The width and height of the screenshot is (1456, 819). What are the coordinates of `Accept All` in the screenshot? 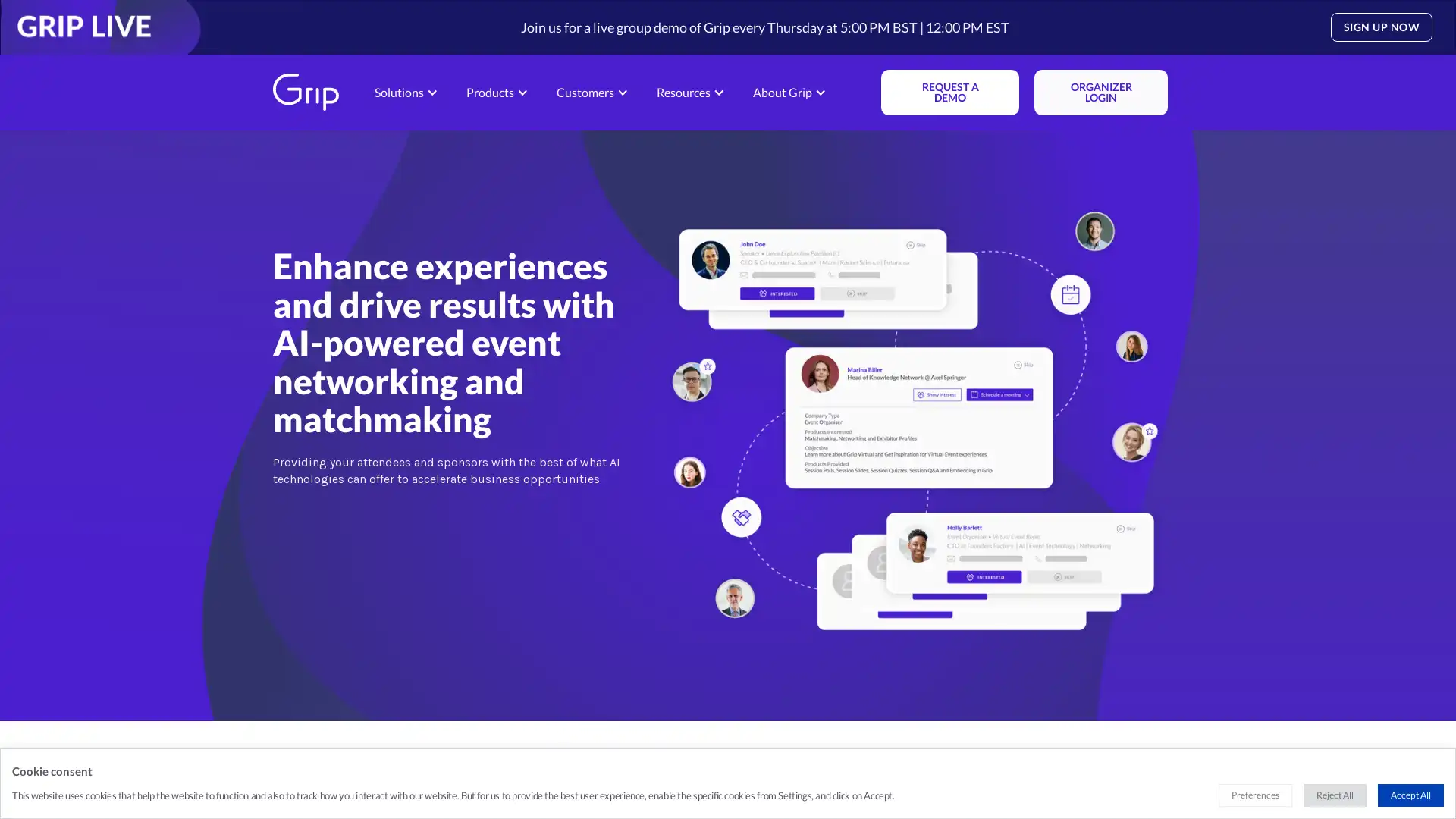 It's located at (1410, 795).